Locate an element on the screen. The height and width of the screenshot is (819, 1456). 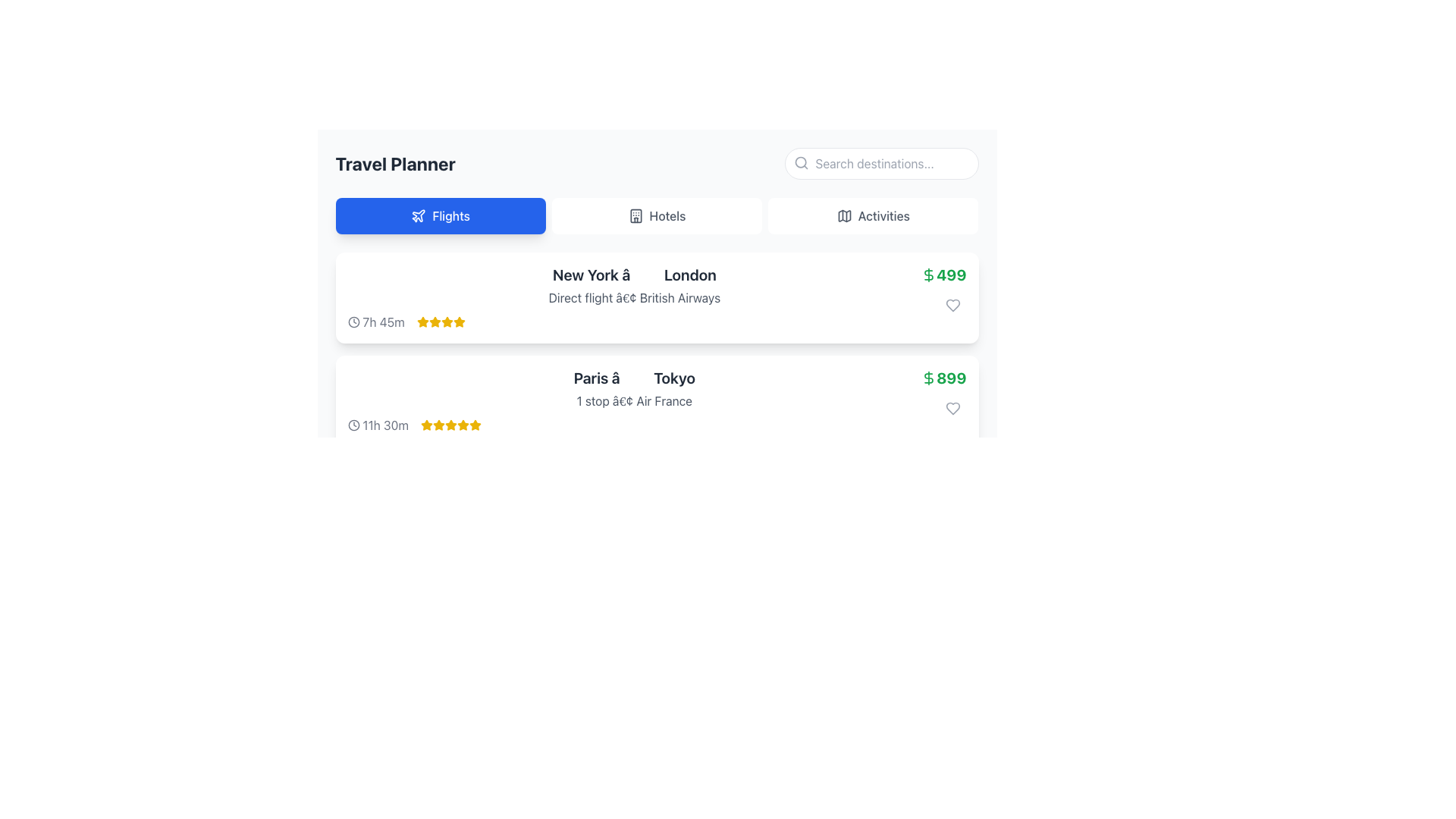
the favorite icon located to the immediate right of the $499 price label in the topmost travel option to favorite or unfavorite the item is located at coordinates (952, 305).